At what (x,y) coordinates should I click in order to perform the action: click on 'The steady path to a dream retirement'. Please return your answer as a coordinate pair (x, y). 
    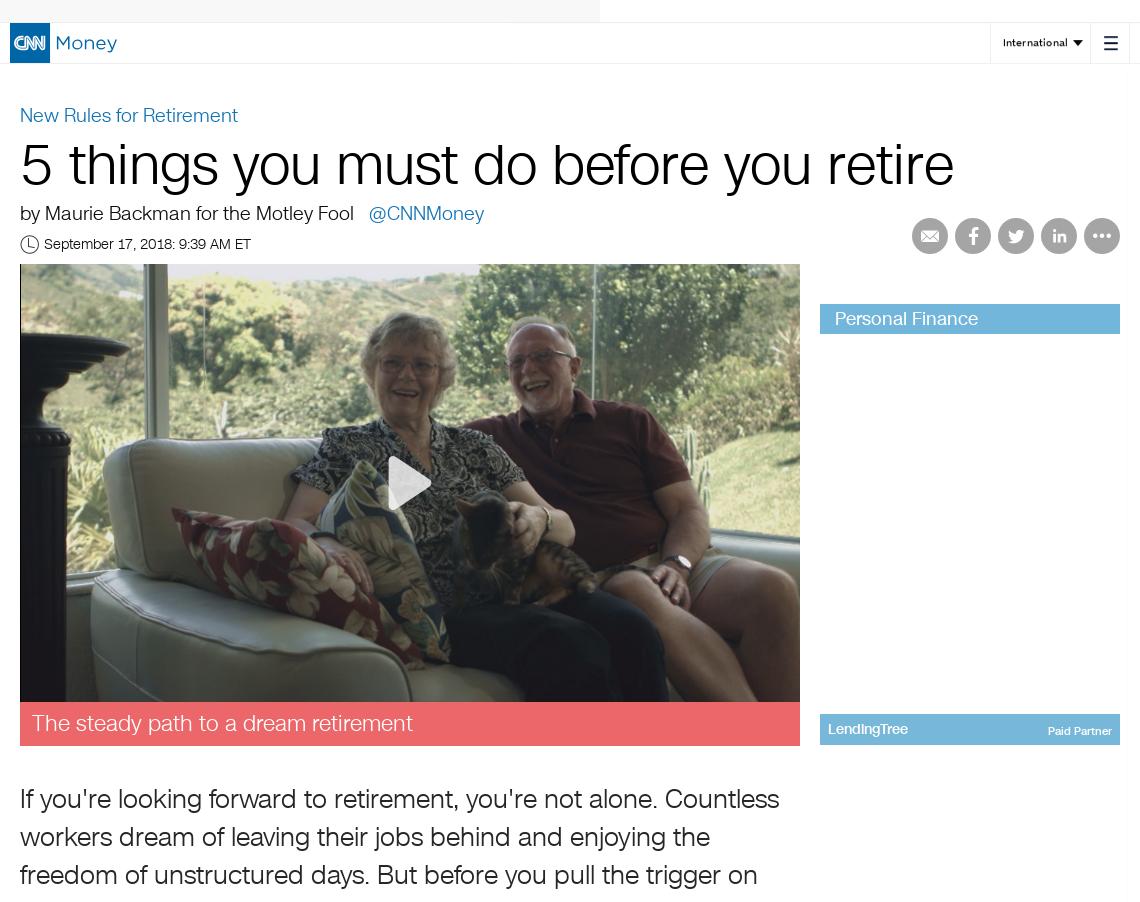
    Looking at the image, I should click on (32, 724).